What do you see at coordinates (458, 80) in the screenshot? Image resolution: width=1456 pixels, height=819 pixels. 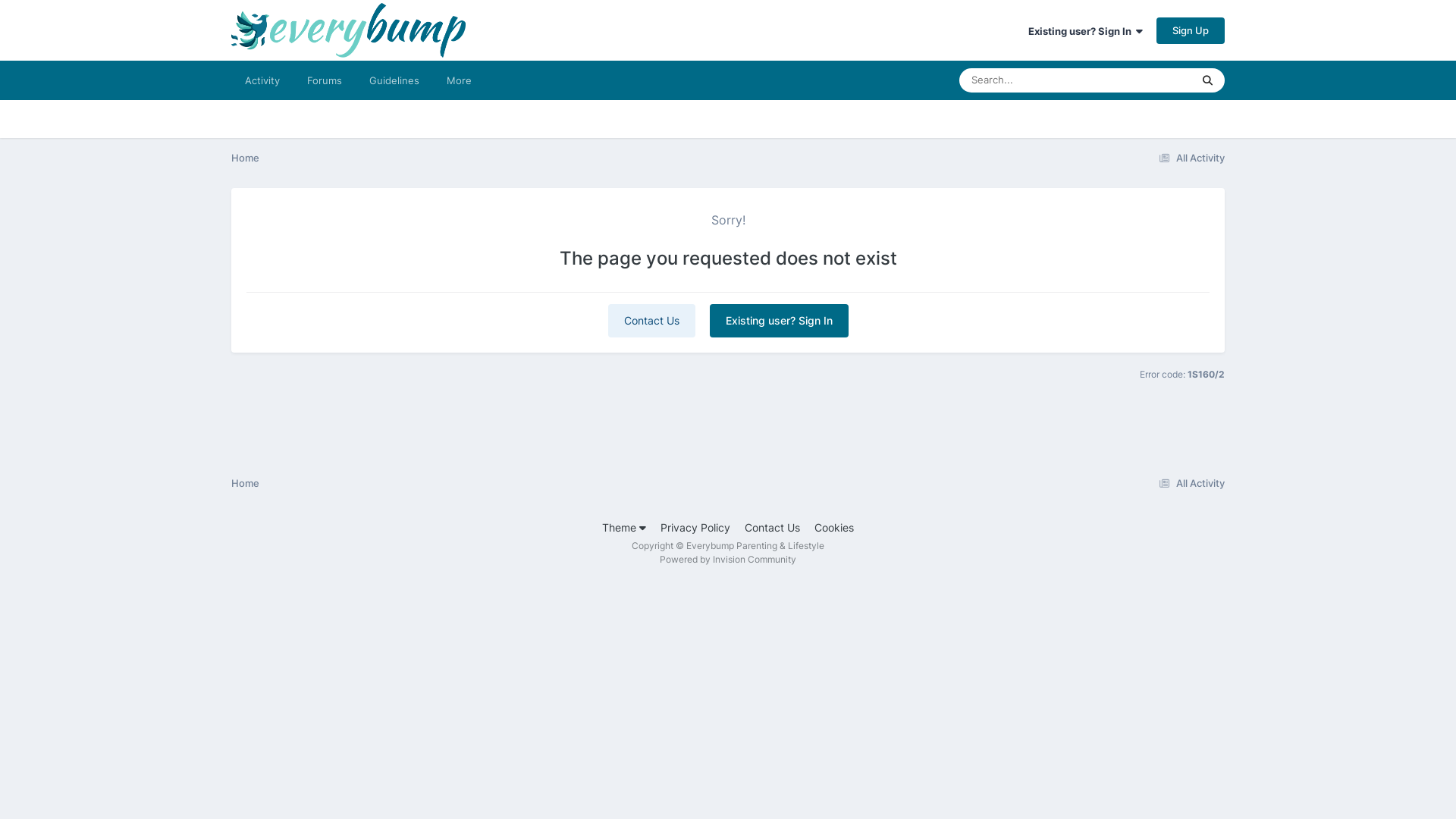 I see `'More'` at bounding box center [458, 80].